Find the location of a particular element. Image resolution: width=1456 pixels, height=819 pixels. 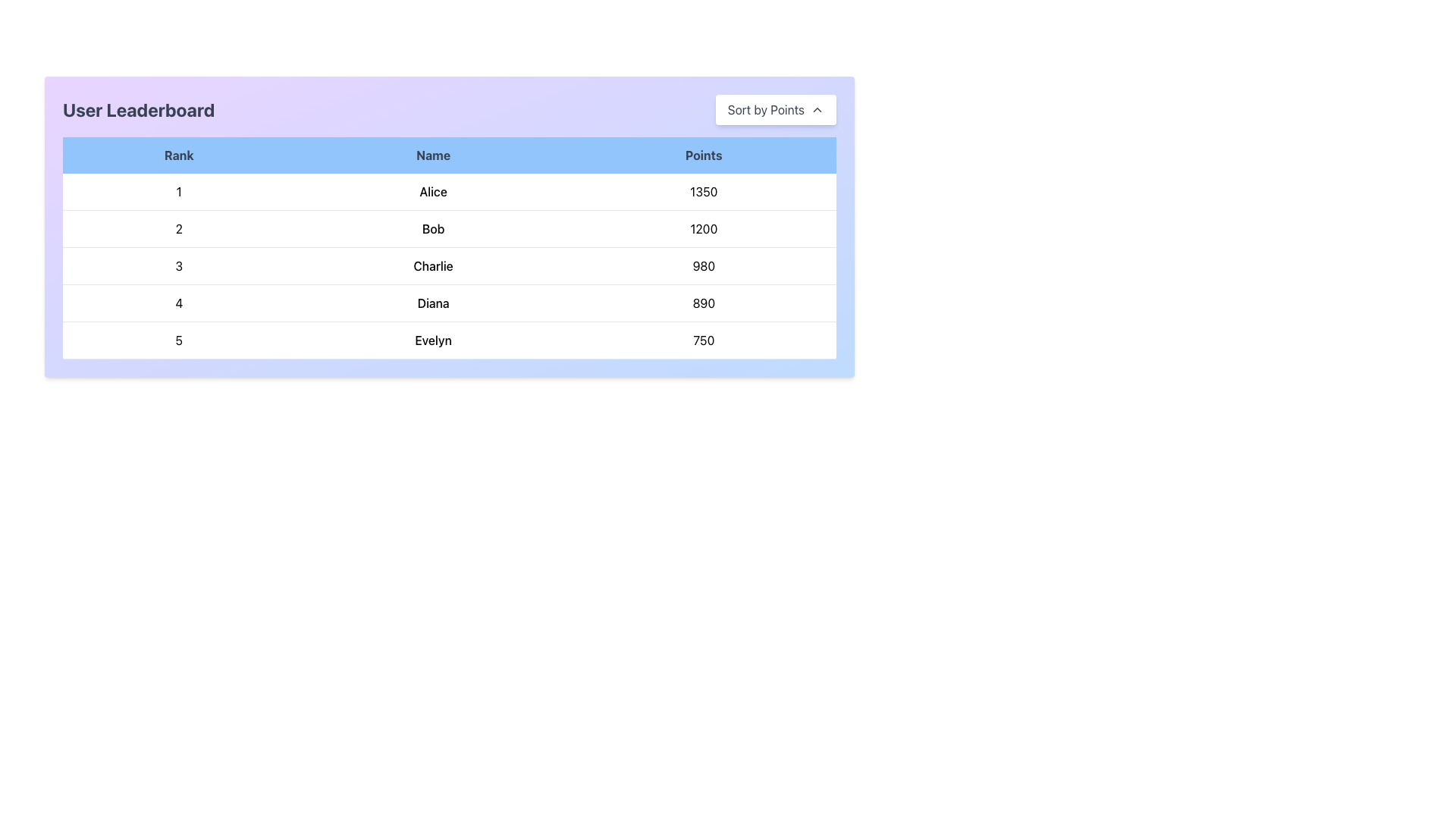

the second row in the leaderboard table that shows the rank '2', name 'Bob', and points '1200' is located at coordinates (449, 228).